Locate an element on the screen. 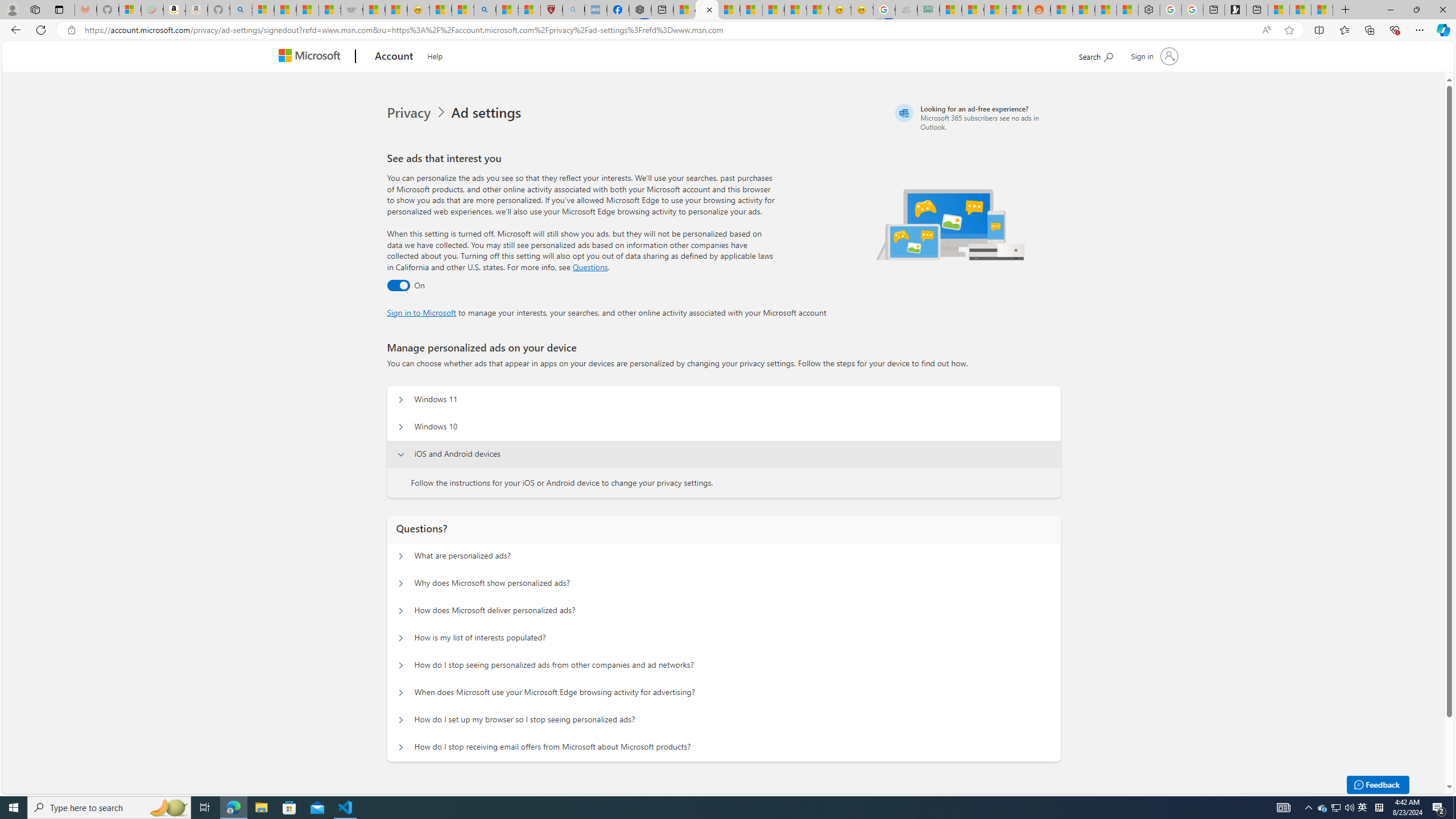  'Manage personalized ads on your device Windows 10' is located at coordinates (401, 427).